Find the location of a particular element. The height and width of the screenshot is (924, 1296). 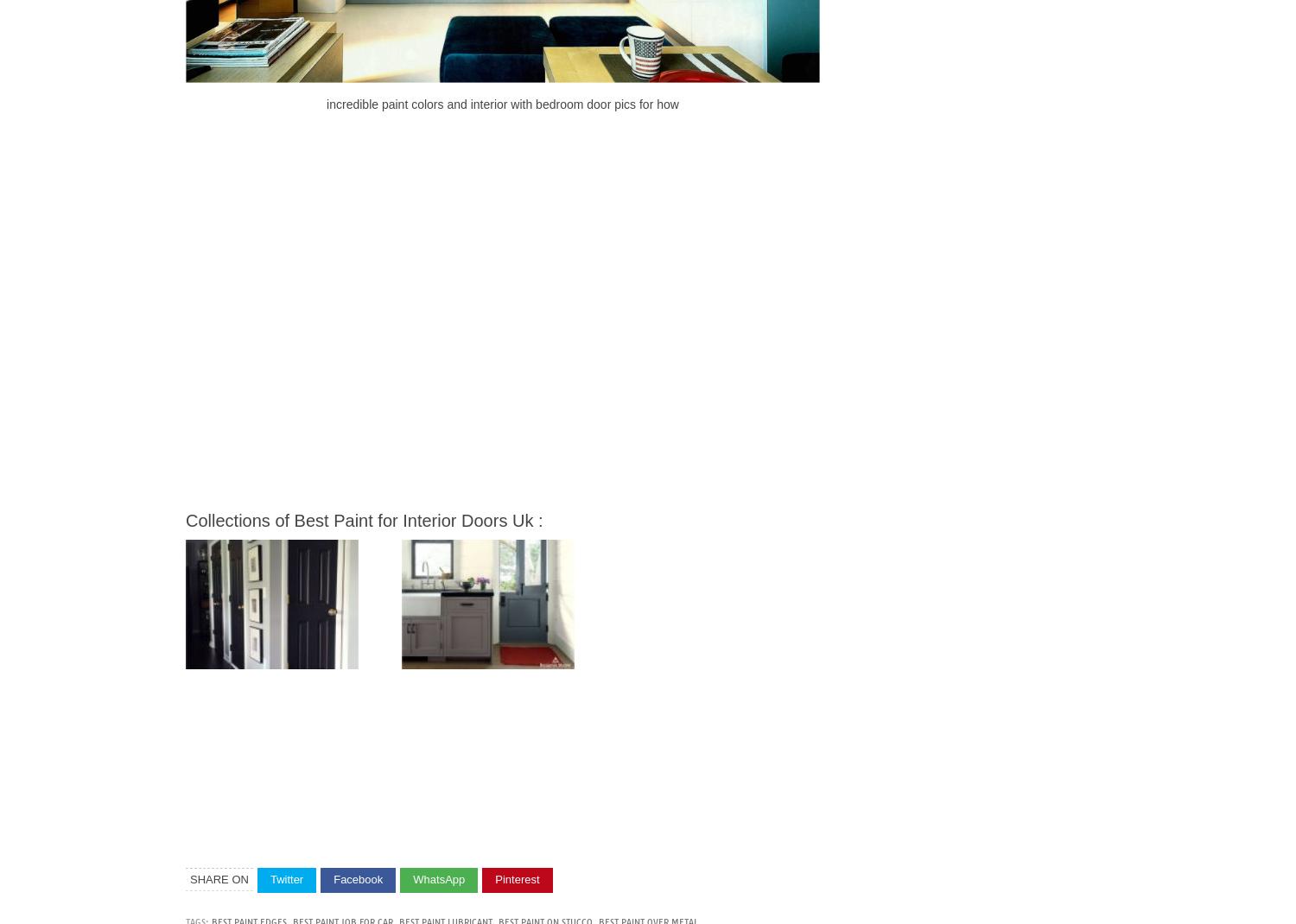

'Best Paint for Interior Doors Uk 2018 Color Trends Caliente Af 290 Pinterest Kitchen Paint' is located at coordinates (404, 666).